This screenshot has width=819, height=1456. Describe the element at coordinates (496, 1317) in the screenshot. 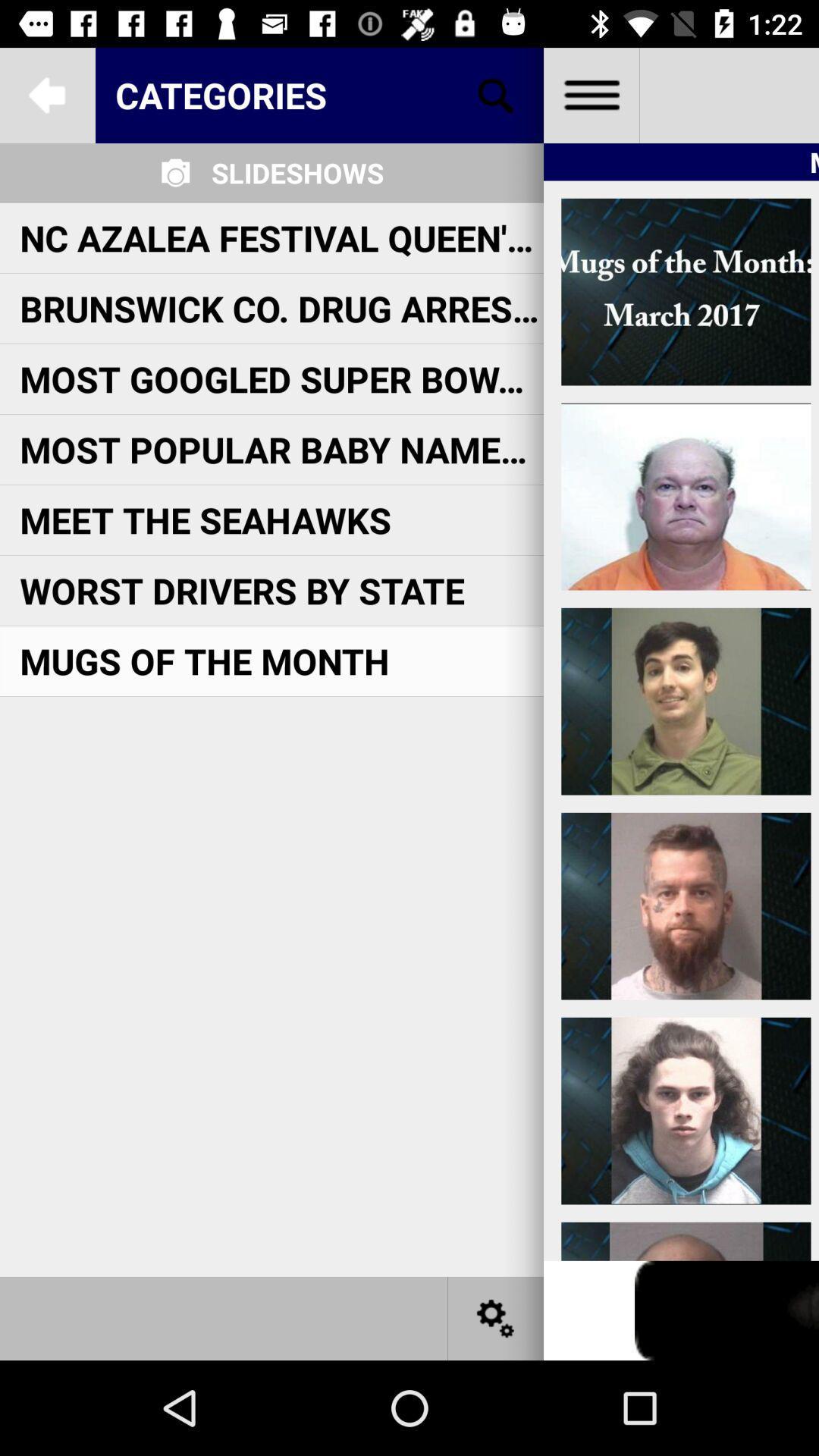

I see `the settings icon` at that location.